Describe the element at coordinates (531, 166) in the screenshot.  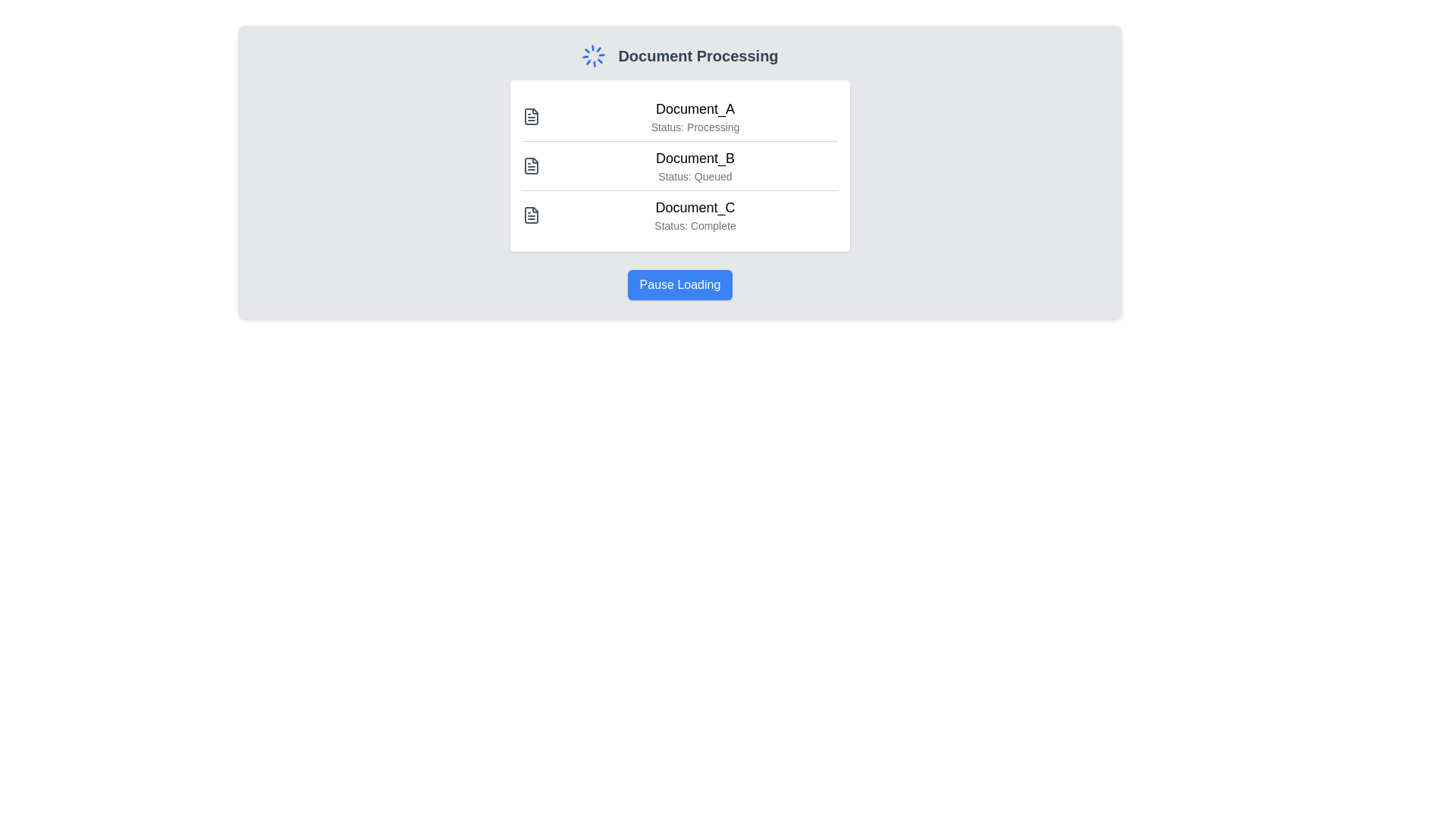
I see `the small file icon with a gray outline located to the left of the text 'Document B'` at that location.